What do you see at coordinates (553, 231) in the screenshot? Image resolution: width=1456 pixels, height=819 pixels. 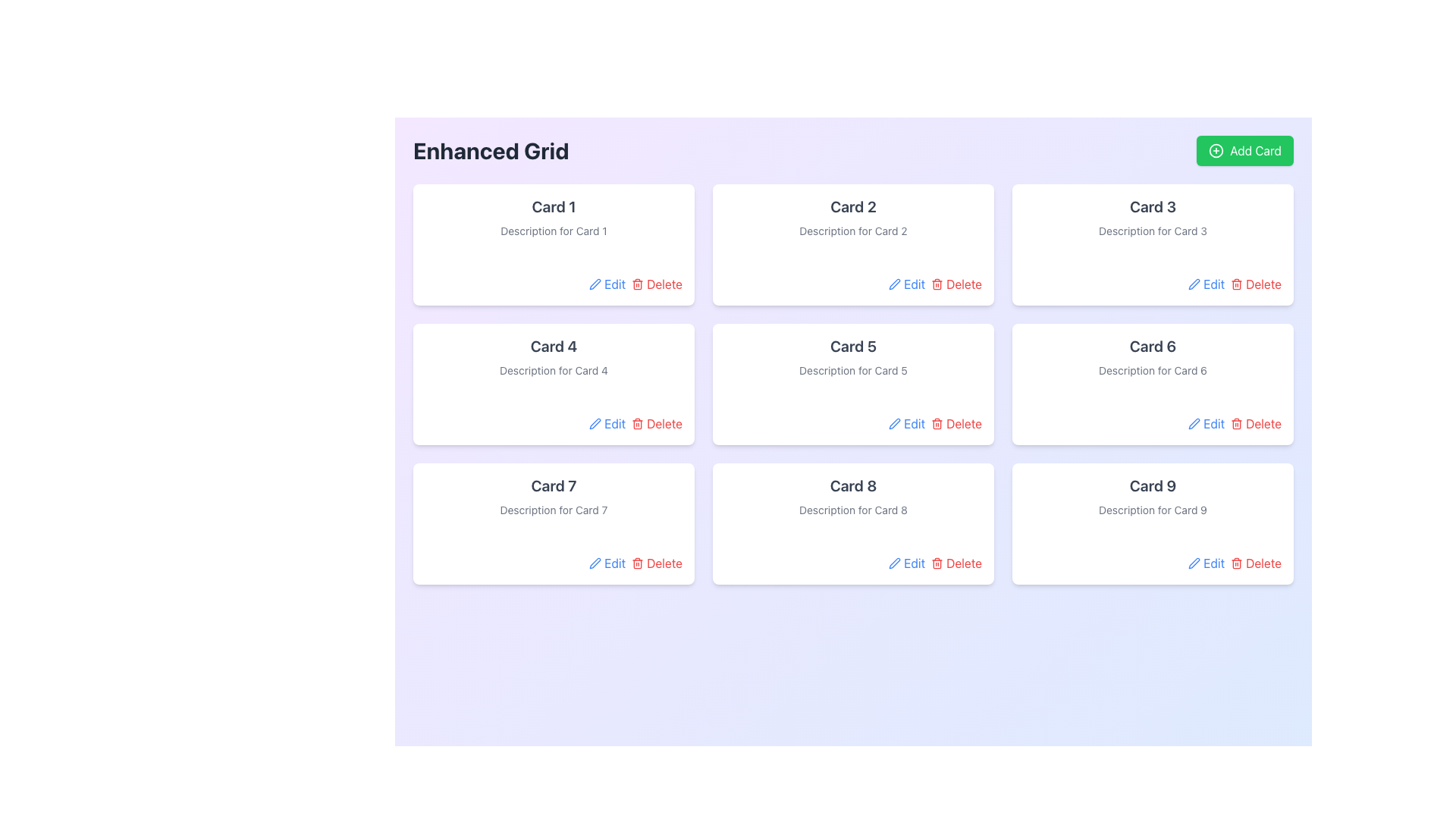 I see `the static text displaying 'Description for Card 1', which is styled with a smaller gray font and positioned below the header text 'Card 1' in the first card of a grid layout` at bounding box center [553, 231].